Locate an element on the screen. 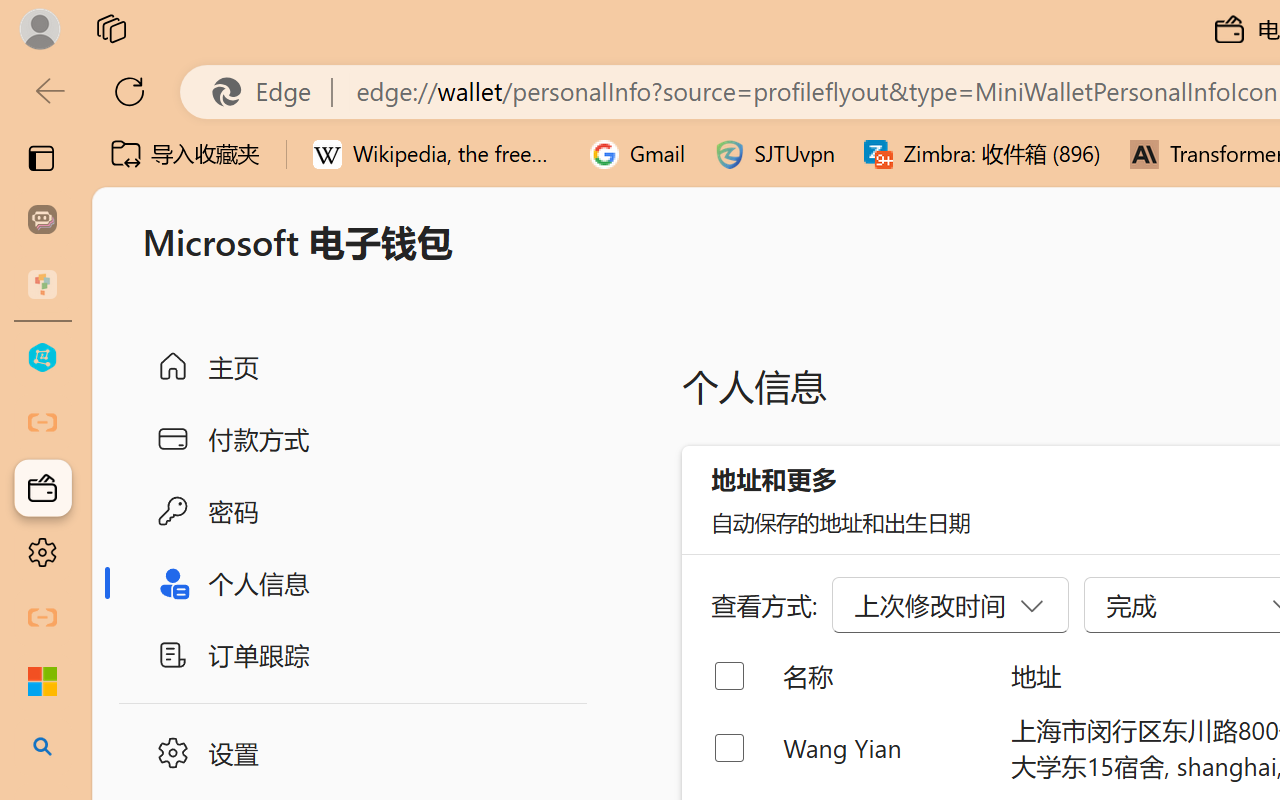 The width and height of the screenshot is (1280, 800). 'Wikipedia, the free encyclopedia' is located at coordinates (436, 154).